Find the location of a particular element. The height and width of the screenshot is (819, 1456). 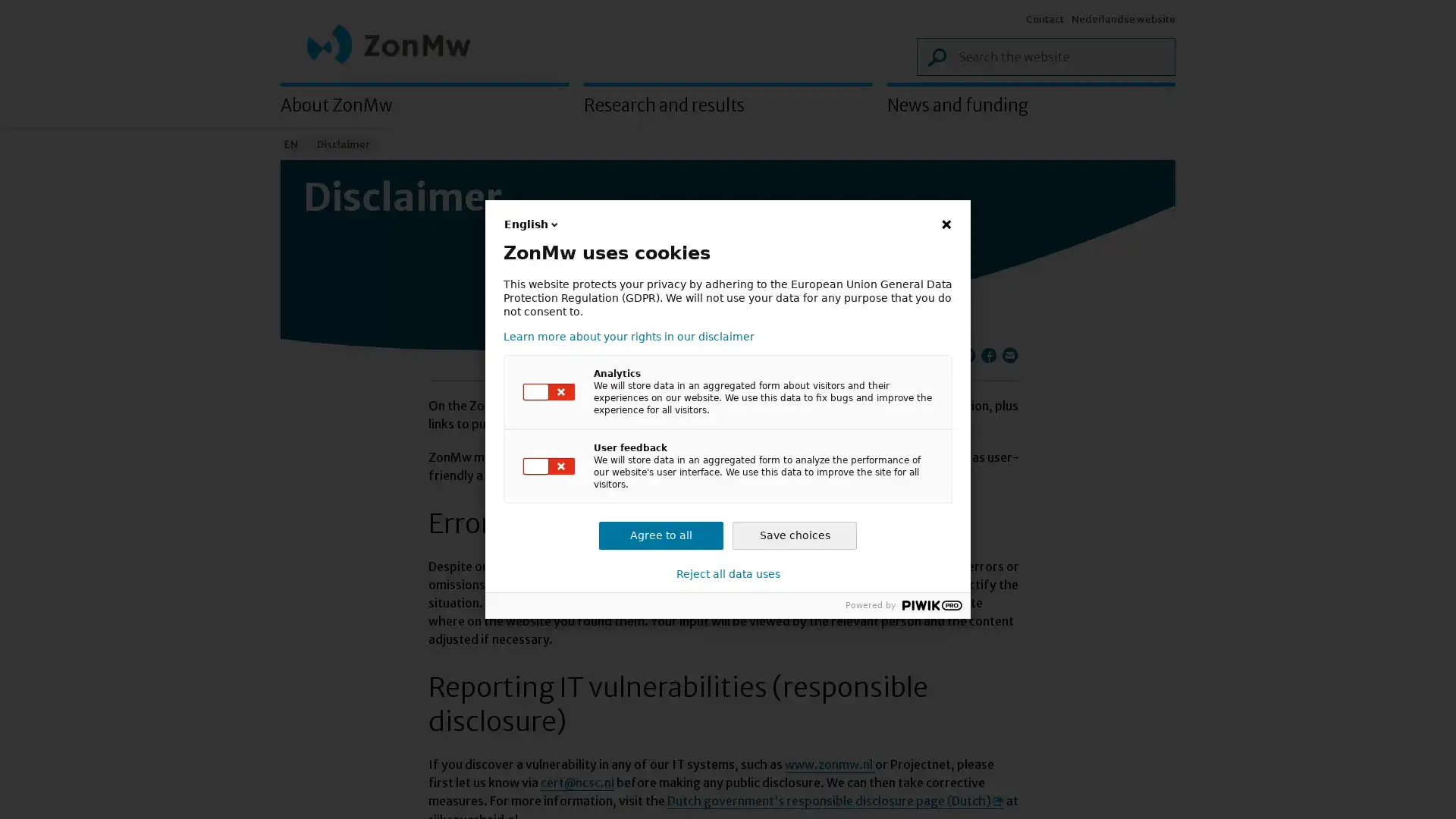

Search is located at coordinates (907, 57).